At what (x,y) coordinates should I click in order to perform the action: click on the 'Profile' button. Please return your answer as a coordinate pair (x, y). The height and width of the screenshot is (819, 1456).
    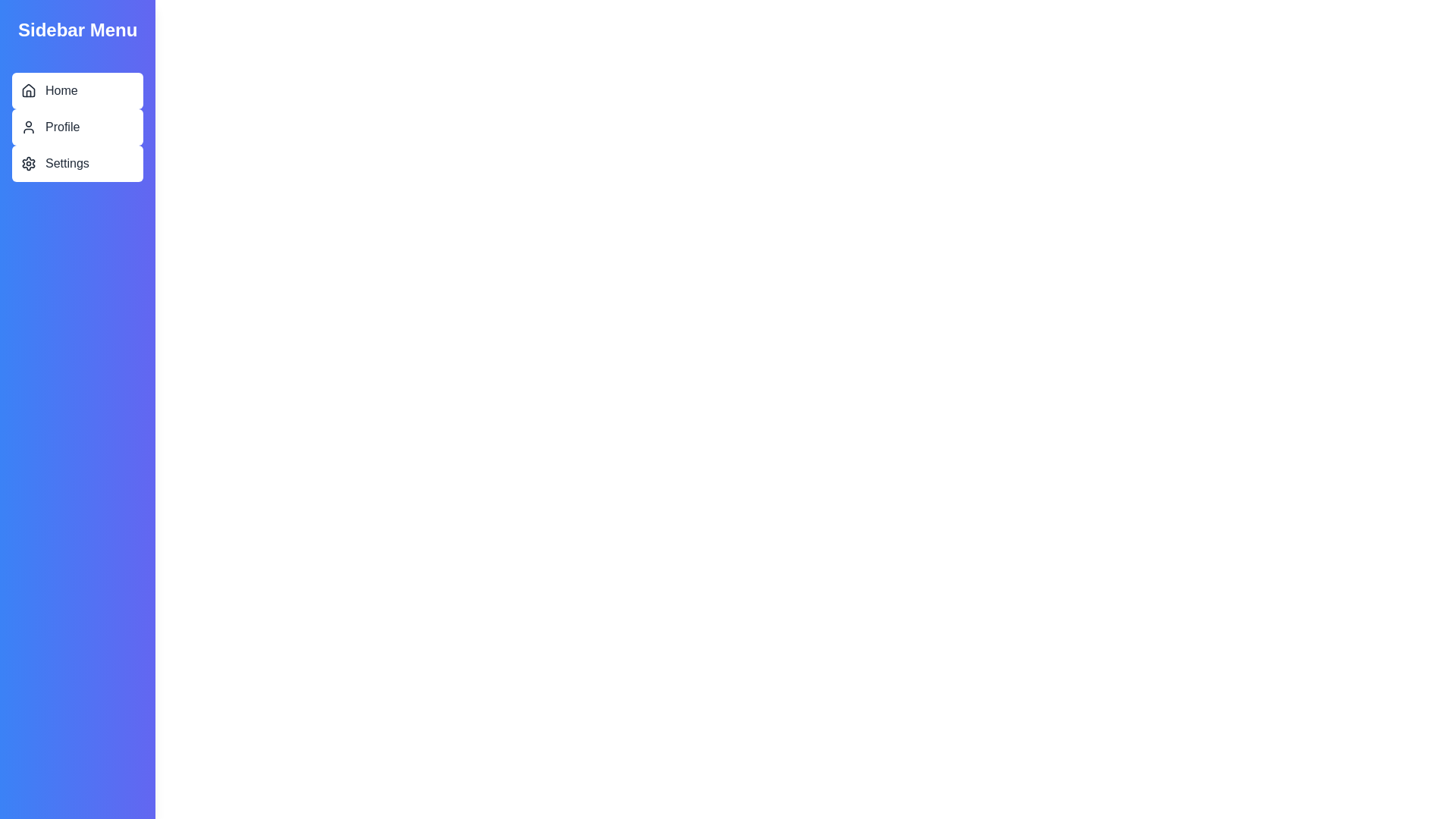
    Looking at the image, I should click on (77, 127).